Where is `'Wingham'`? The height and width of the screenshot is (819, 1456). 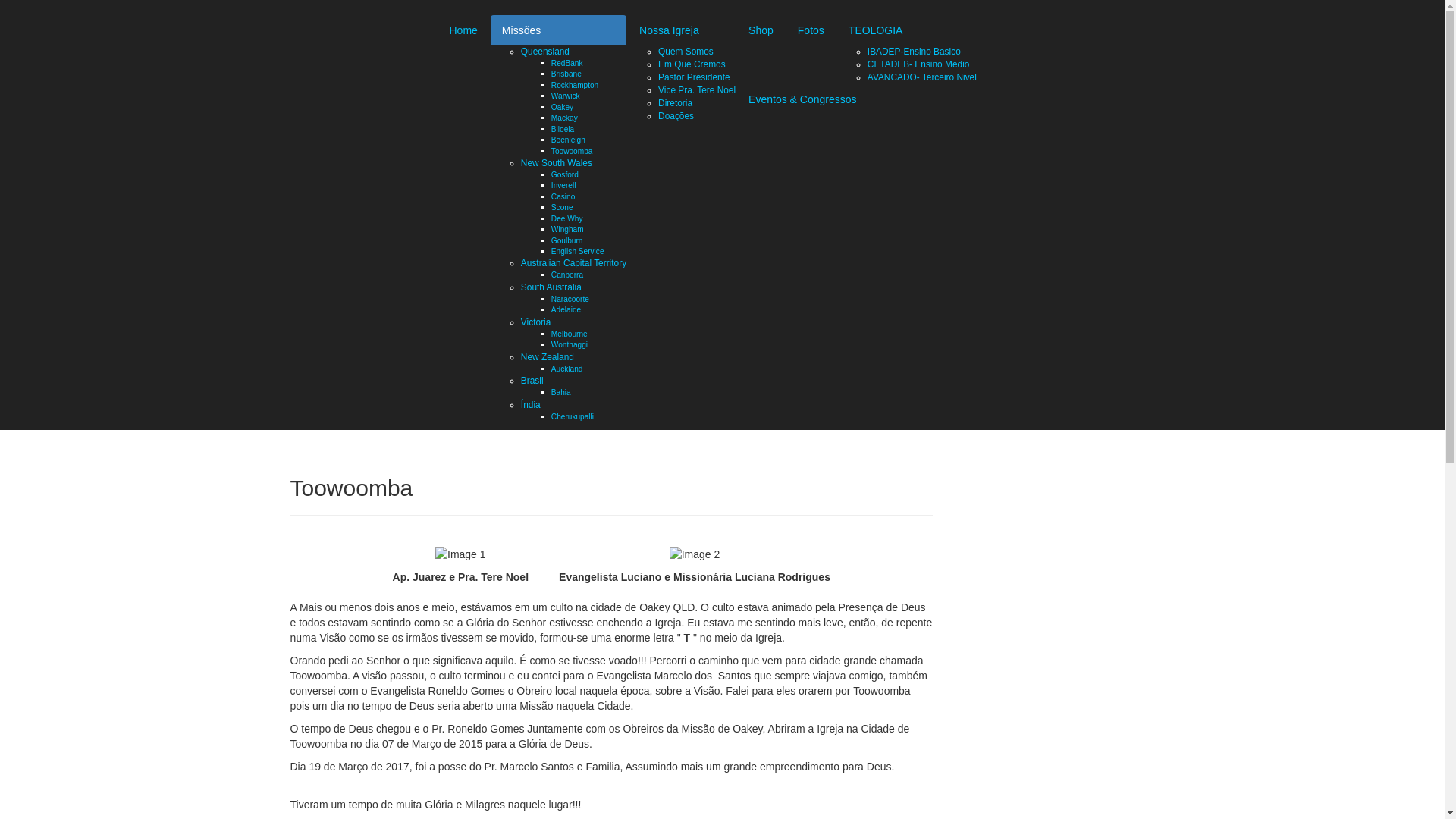 'Wingham' is located at coordinates (566, 229).